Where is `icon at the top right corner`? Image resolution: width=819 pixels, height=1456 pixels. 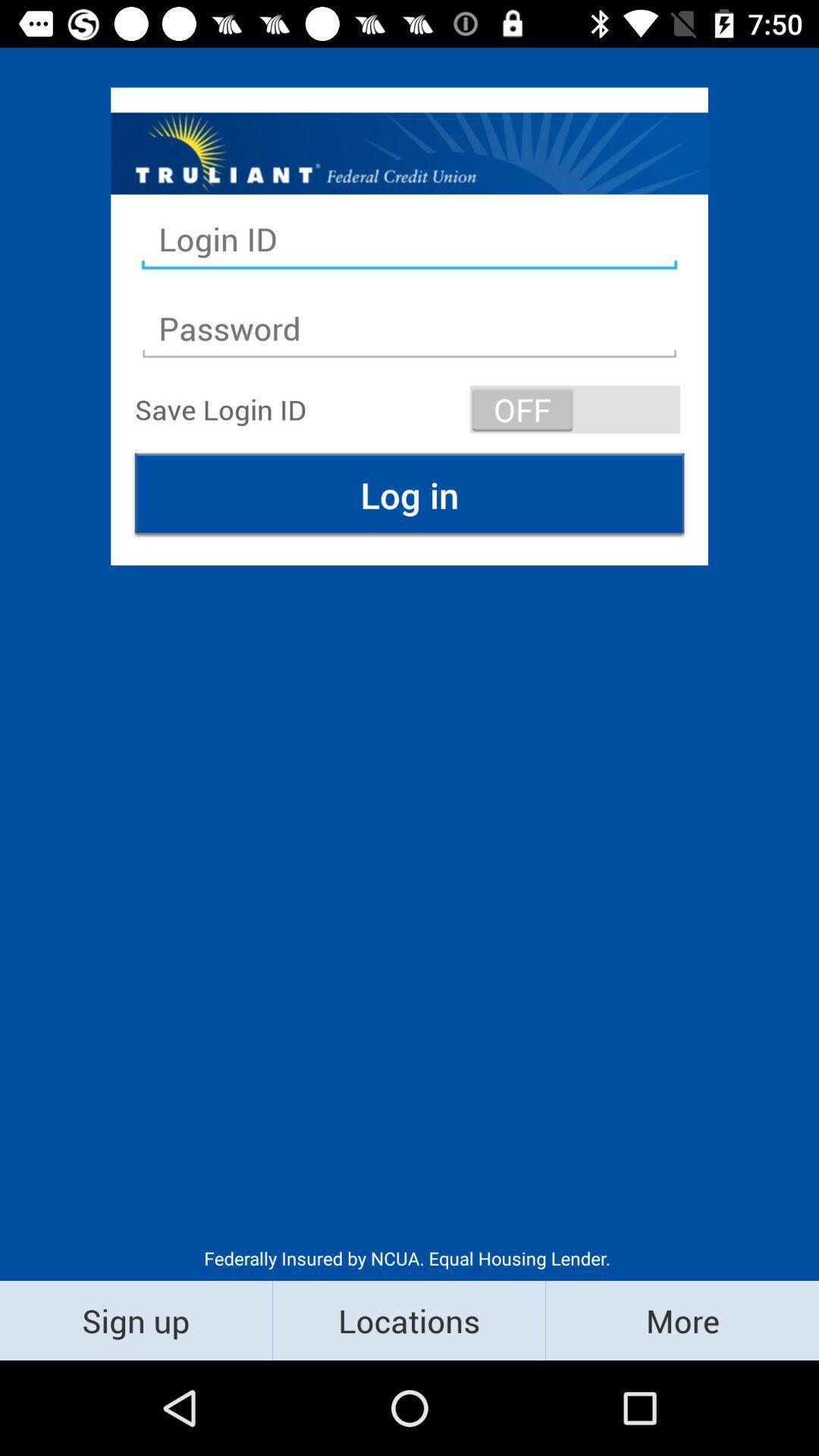
icon at the top right corner is located at coordinates (575, 409).